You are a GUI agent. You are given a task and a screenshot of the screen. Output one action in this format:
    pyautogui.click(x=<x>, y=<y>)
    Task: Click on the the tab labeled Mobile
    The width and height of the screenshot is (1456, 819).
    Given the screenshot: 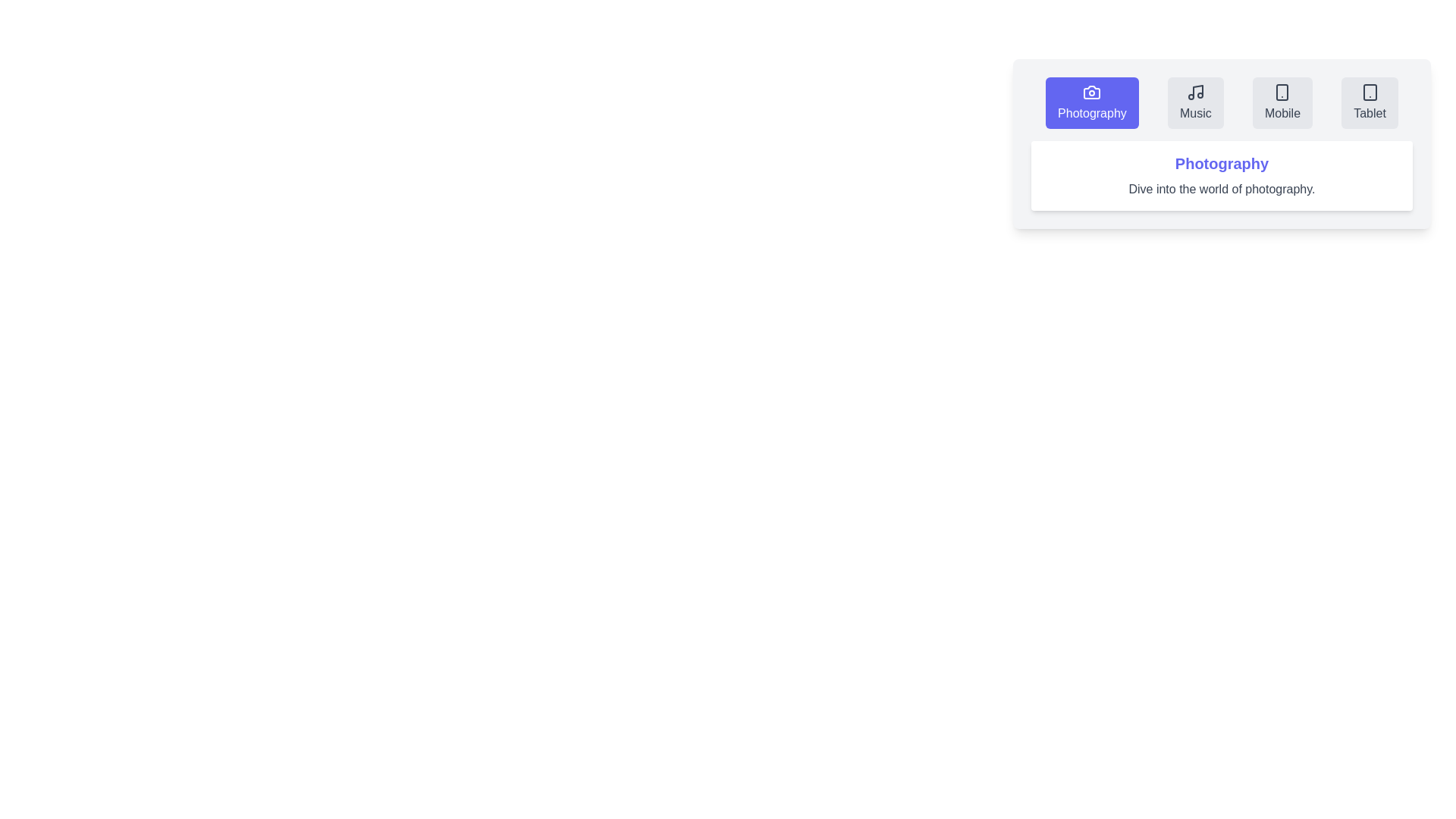 What is the action you would take?
    pyautogui.click(x=1282, y=102)
    